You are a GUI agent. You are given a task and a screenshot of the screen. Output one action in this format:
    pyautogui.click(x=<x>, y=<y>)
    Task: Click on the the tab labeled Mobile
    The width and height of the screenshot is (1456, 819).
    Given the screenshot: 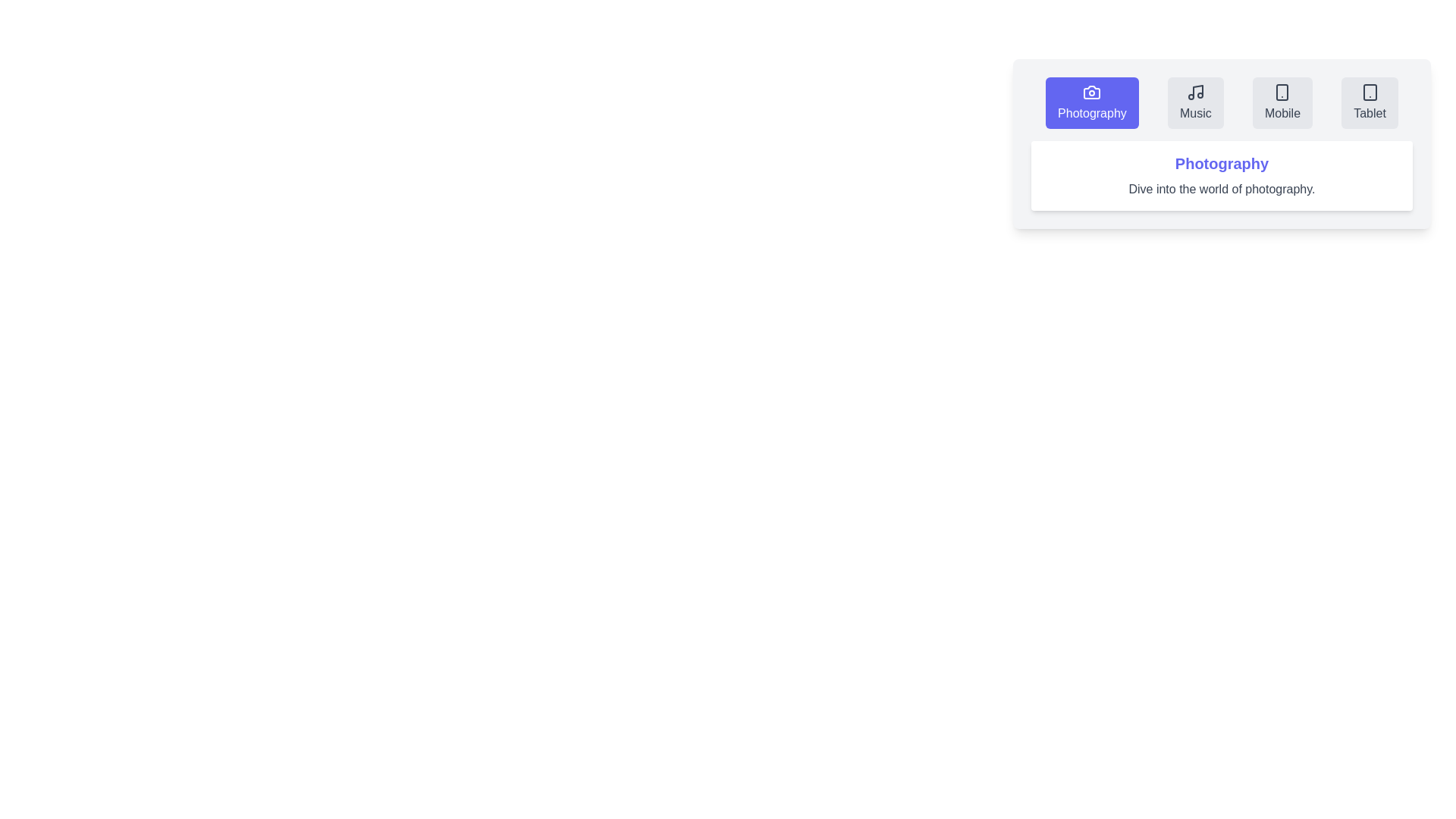 What is the action you would take?
    pyautogui.click(x=1282, y=102)
    